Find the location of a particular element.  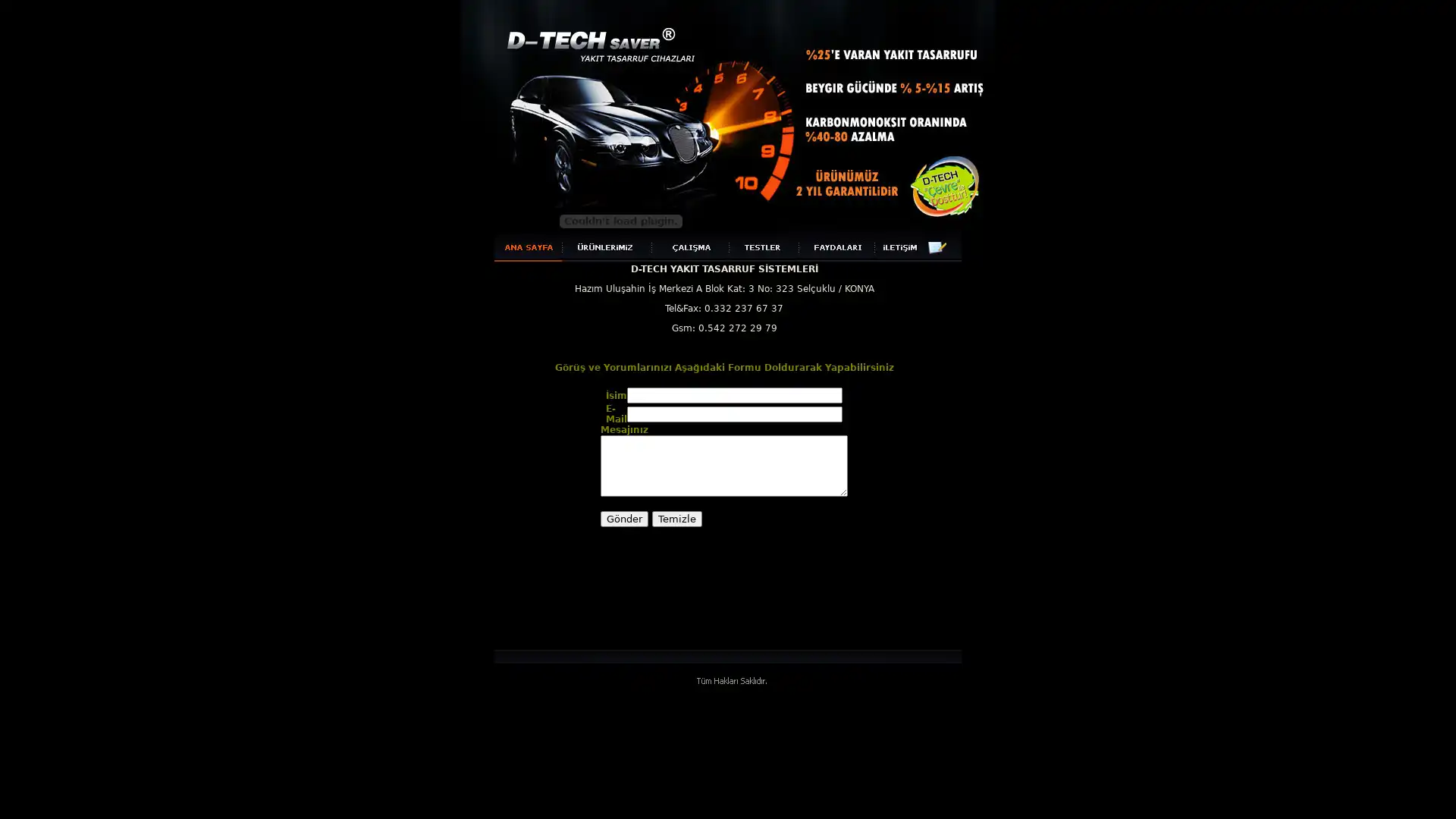

Gonder is located at coordinates (624, 518).